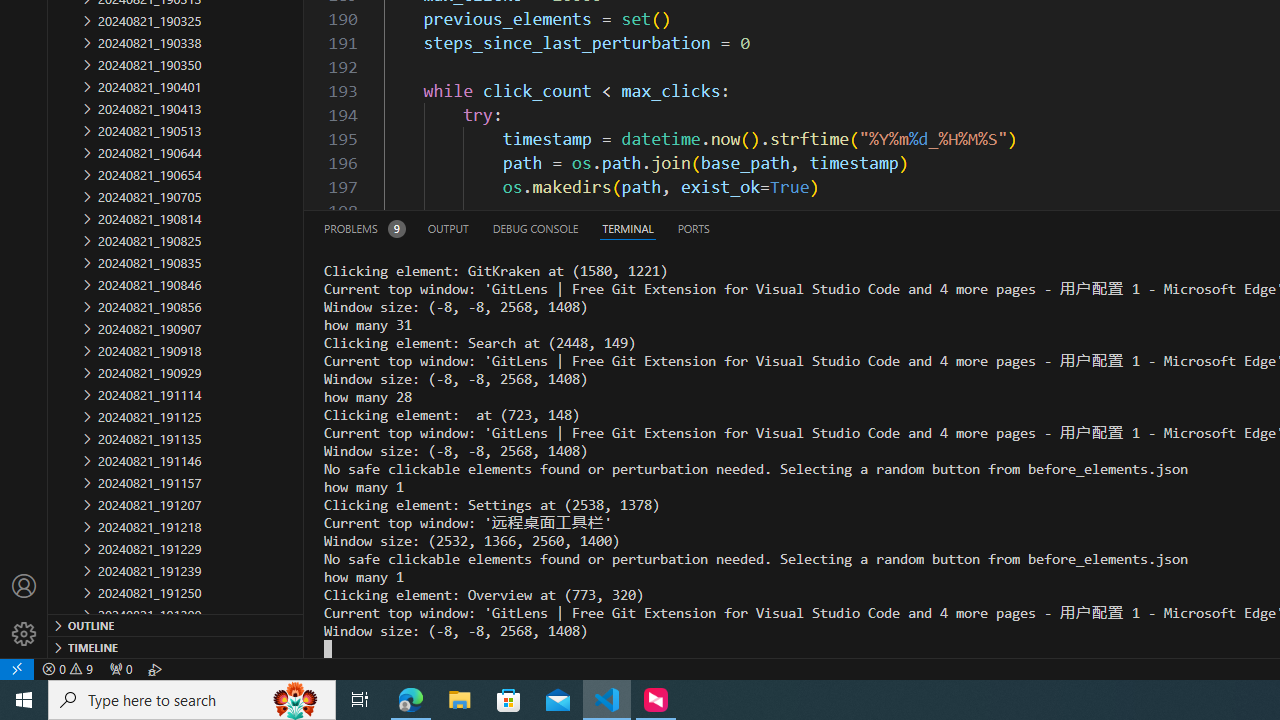 The image size is (1280, 720). Describe the element at coordinates (24, 585) in the screenshot. I see `'Accounts'` at that location.